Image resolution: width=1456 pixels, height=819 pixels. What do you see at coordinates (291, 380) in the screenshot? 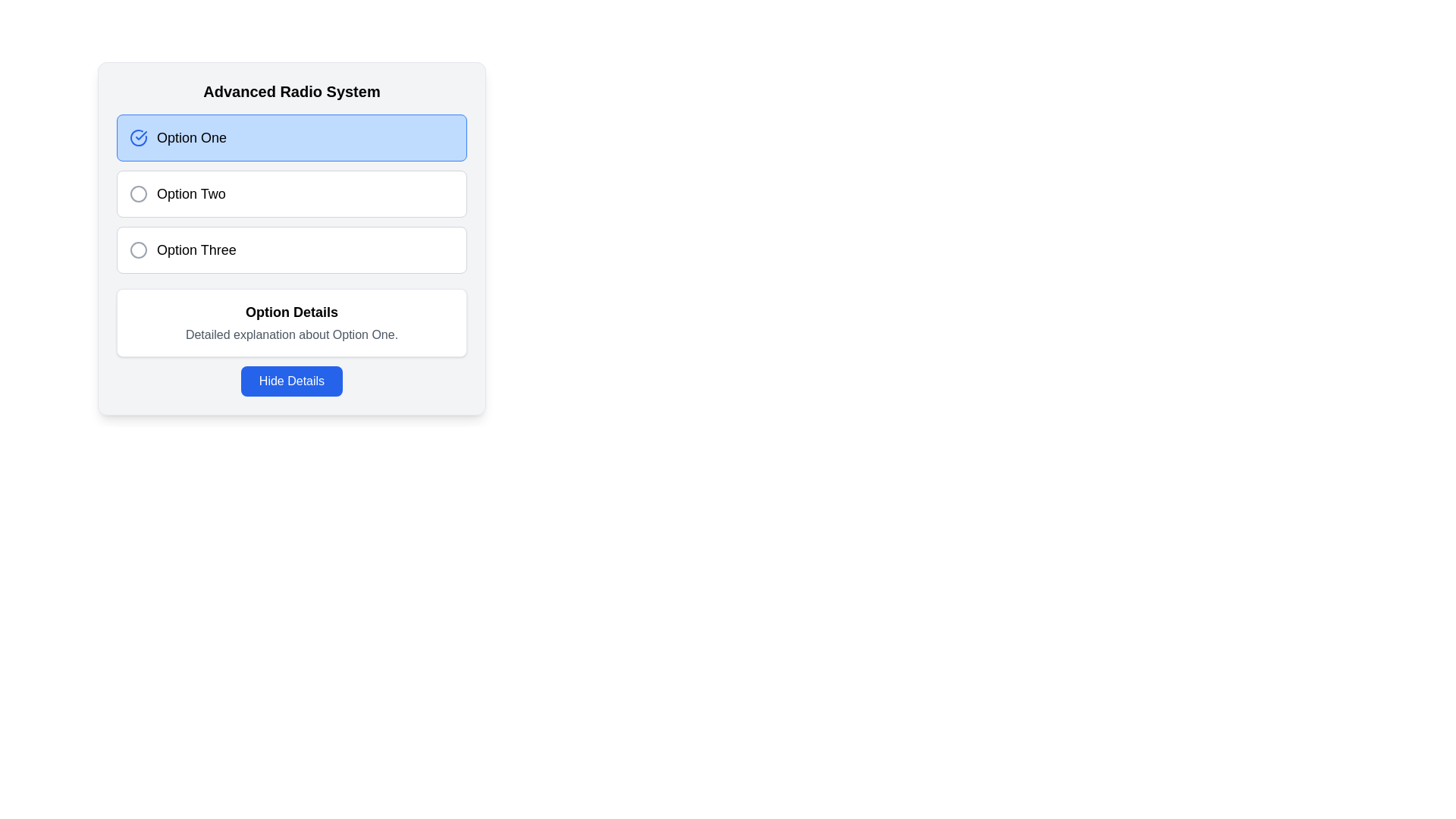
I see `the button located at the bottom of the 'Advanced Radio System' panel` at bounding box center [291, 380].